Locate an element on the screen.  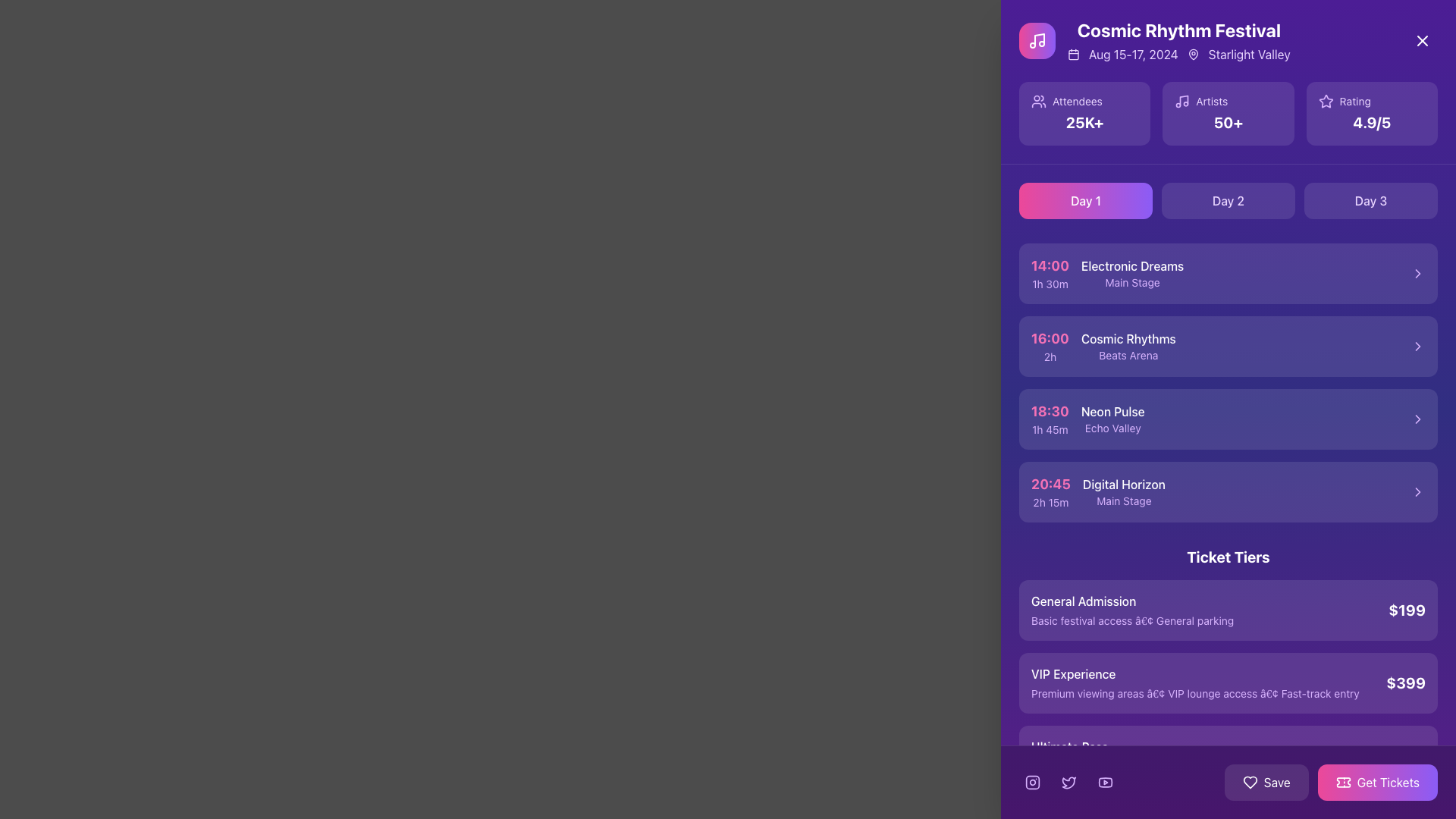
details of the General Admission ticket option, the first entry in the 'Ticket Tiers' section, which includes pricing and benefits is located at coordinates (1228, 610).